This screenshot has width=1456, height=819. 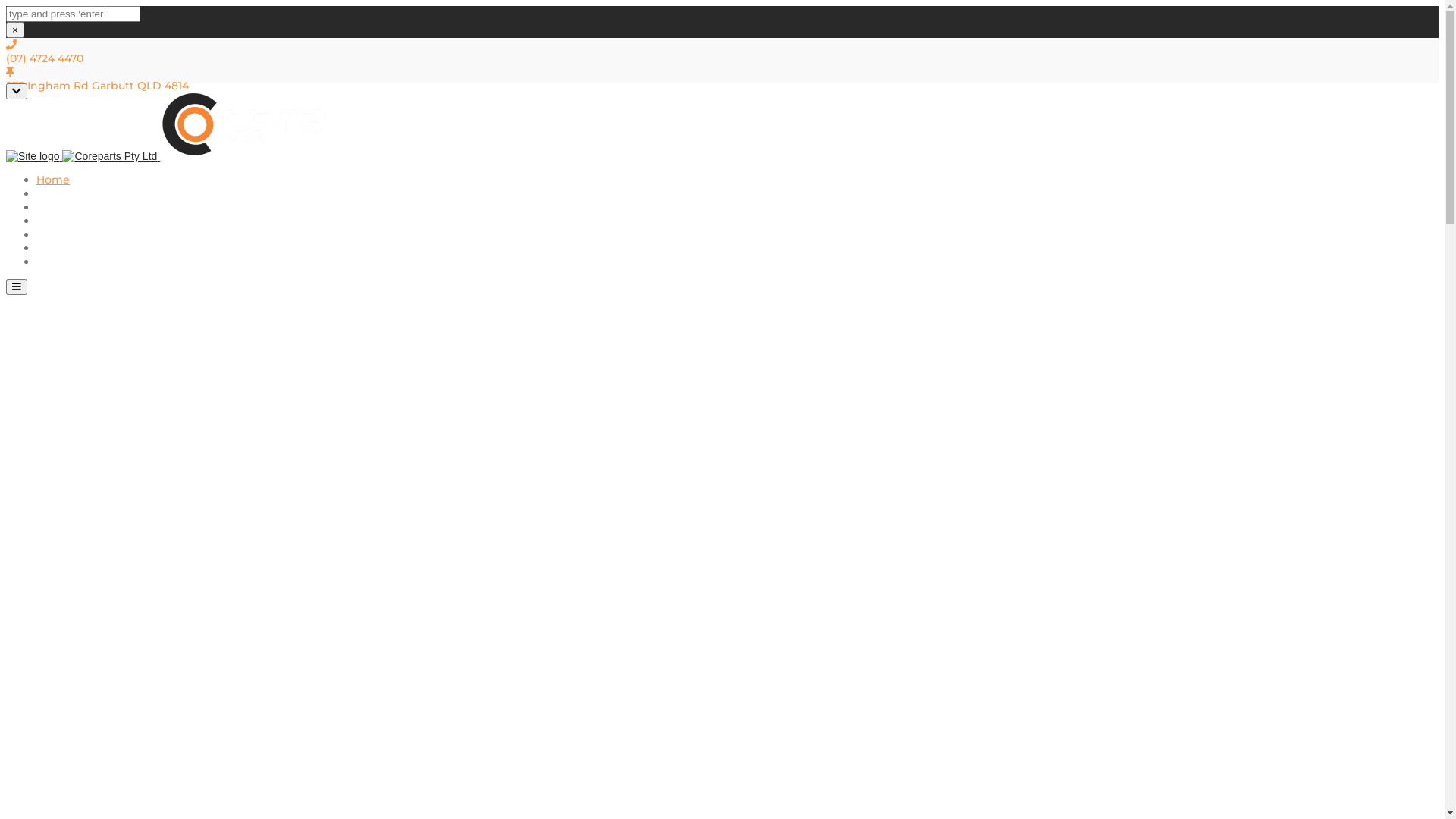 What do you see at coordinates (70, 234) in the screenshot?
I see `'Brake Valves'` at bounding box center [70, 234].